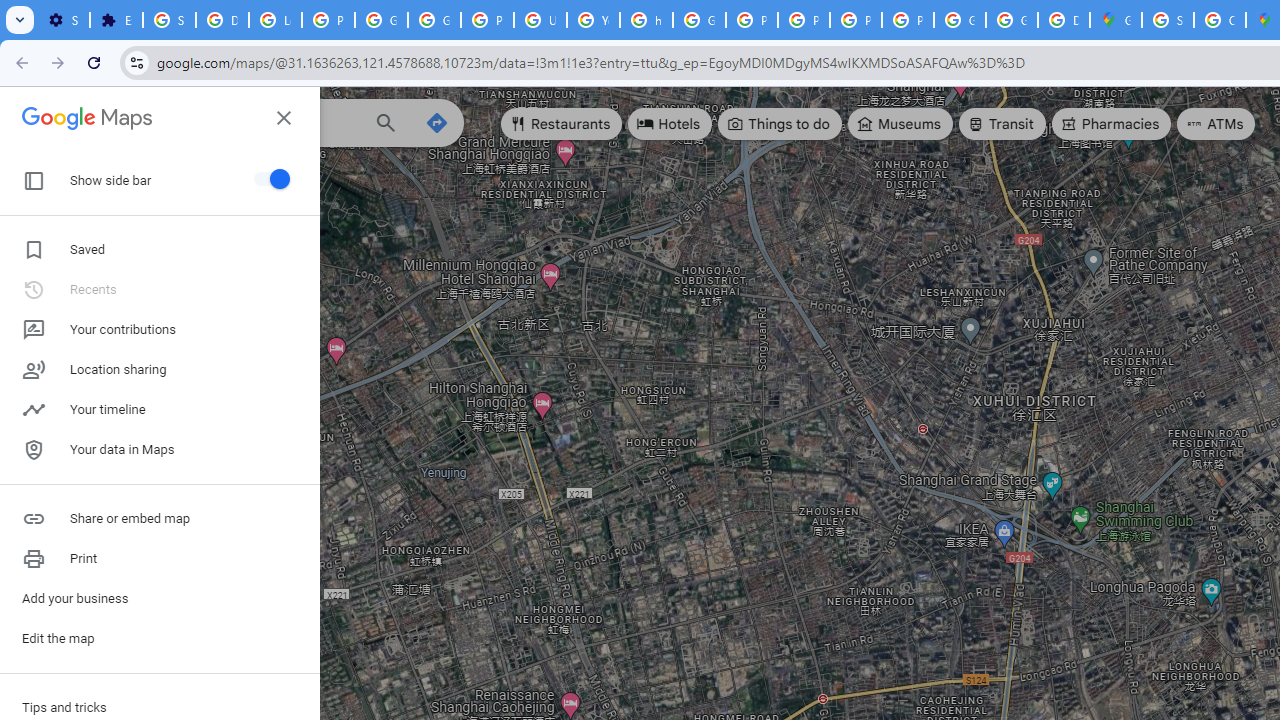 The width and height of the screenshot is (1280, 720). Describe the element at coordinates (160, 249) in the screenshot. I see `'Saved'` at that location.